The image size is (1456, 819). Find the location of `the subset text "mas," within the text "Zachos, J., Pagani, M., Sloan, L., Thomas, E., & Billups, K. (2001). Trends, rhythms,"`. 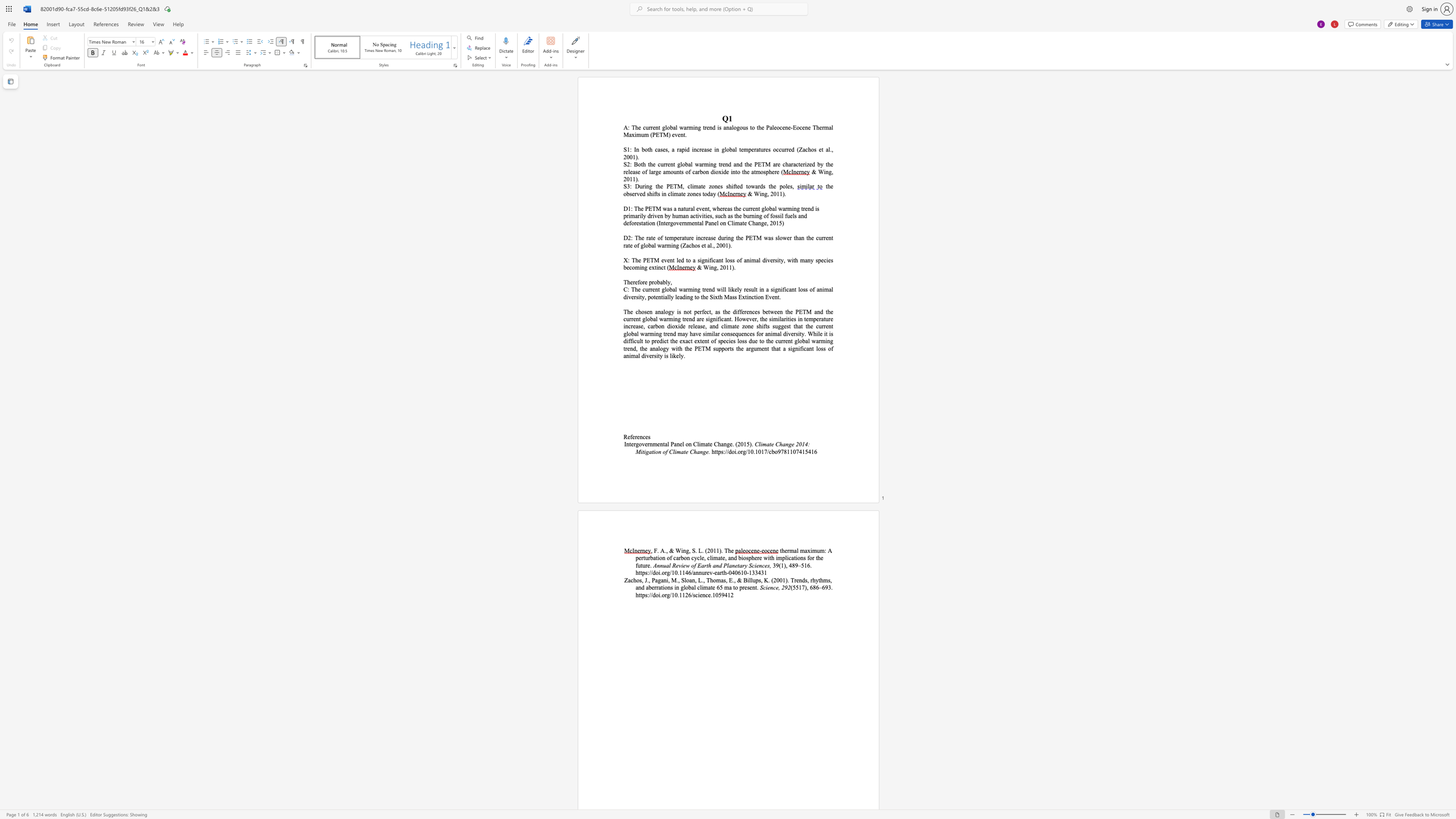

the subset text "mas," within the text "Zachos, J., Pagani, M., Sloan, L., Thomas, E., & Billups, K. (2001). Trends, rhythms," is located at coordinates (715, 580).